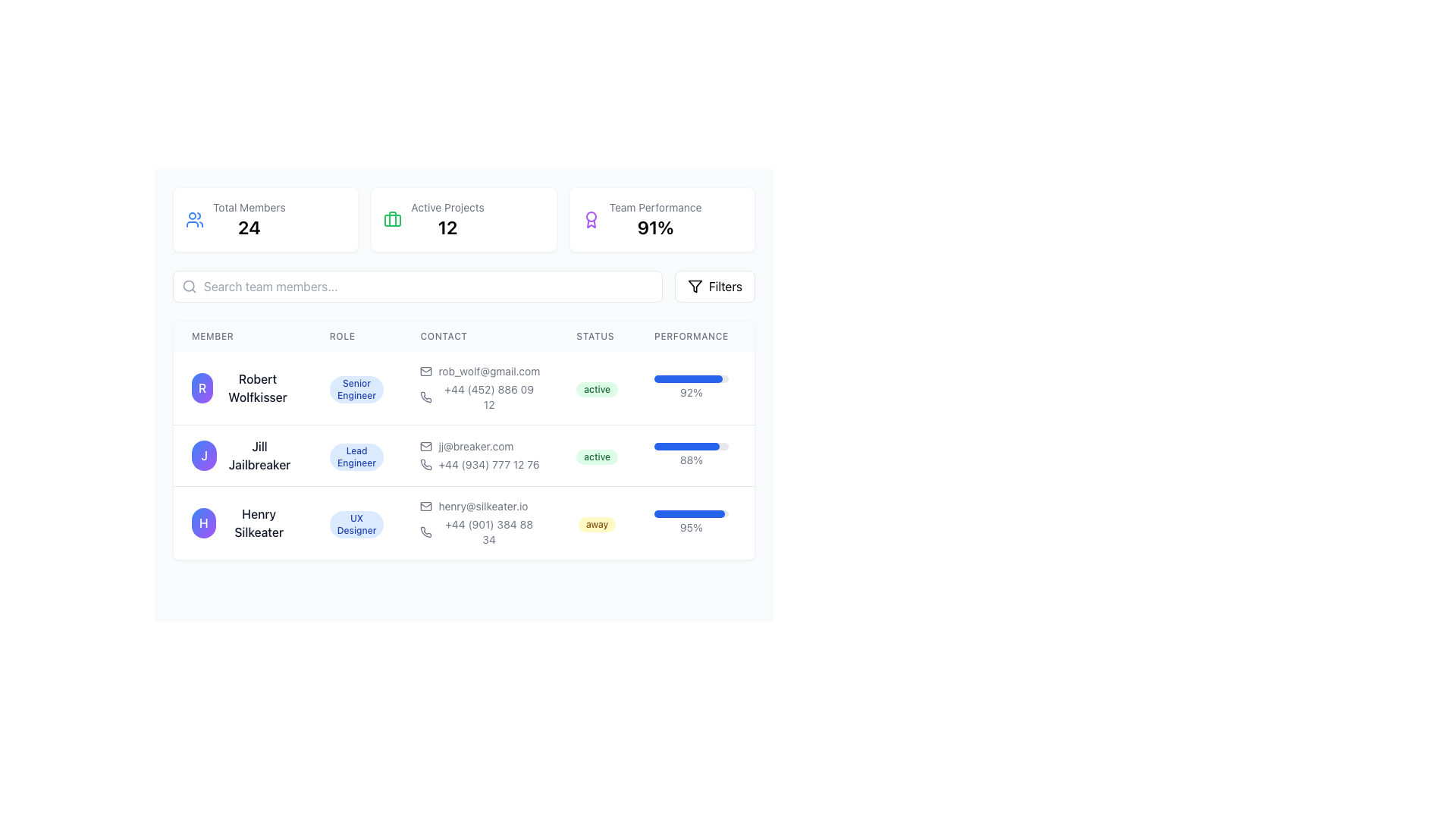 This screenshot has width=1456, height=819. What do you see at coordinates (596, 523) in the screenshot?
I see `the badge displaying 'away' status for 'Henry Silkeater'` at bounding box center [596, 523].